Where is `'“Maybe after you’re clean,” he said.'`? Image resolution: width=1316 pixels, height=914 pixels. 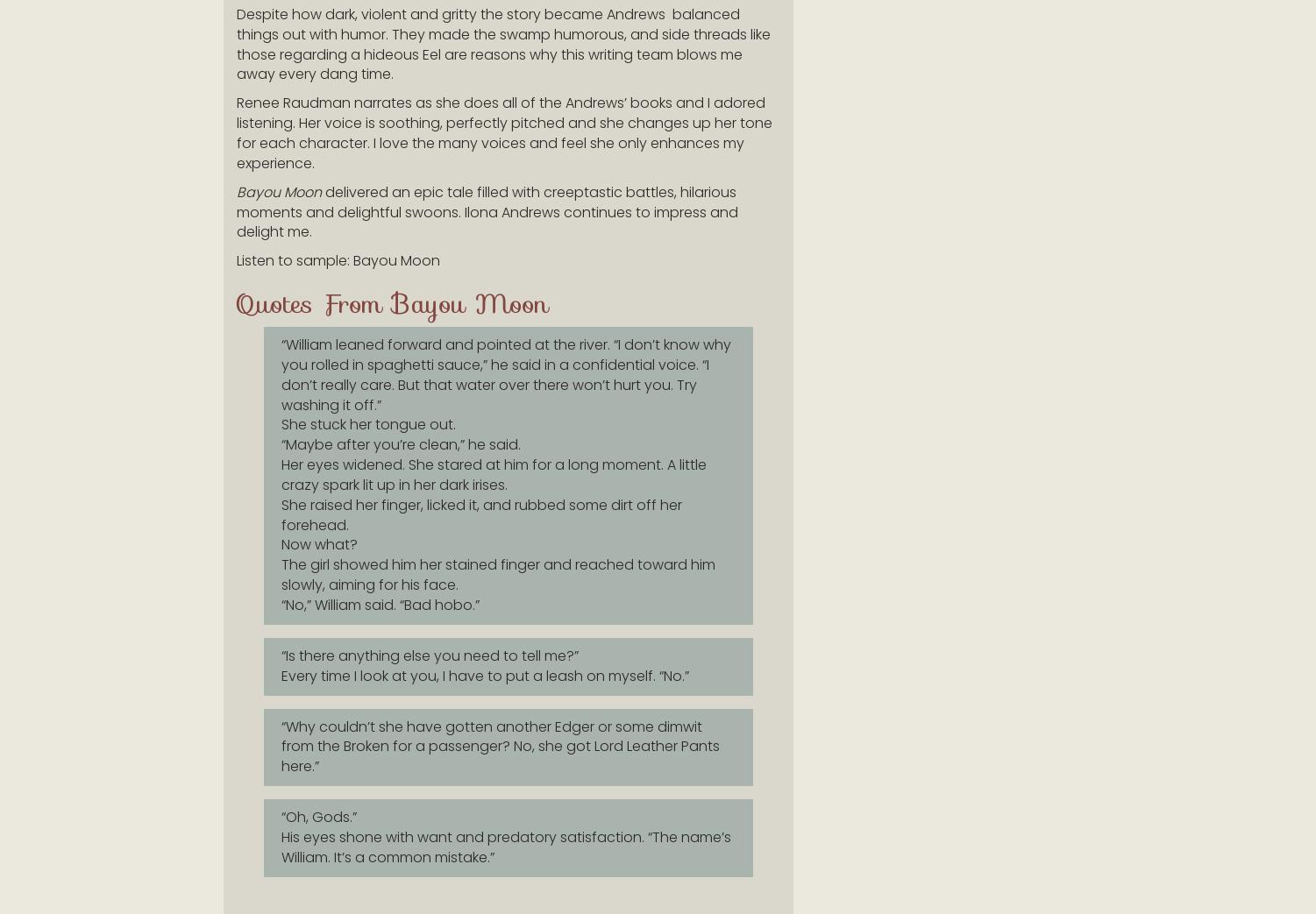 '“Maybe after you’re clean,” he said.' is located at coordinates (401, 443).